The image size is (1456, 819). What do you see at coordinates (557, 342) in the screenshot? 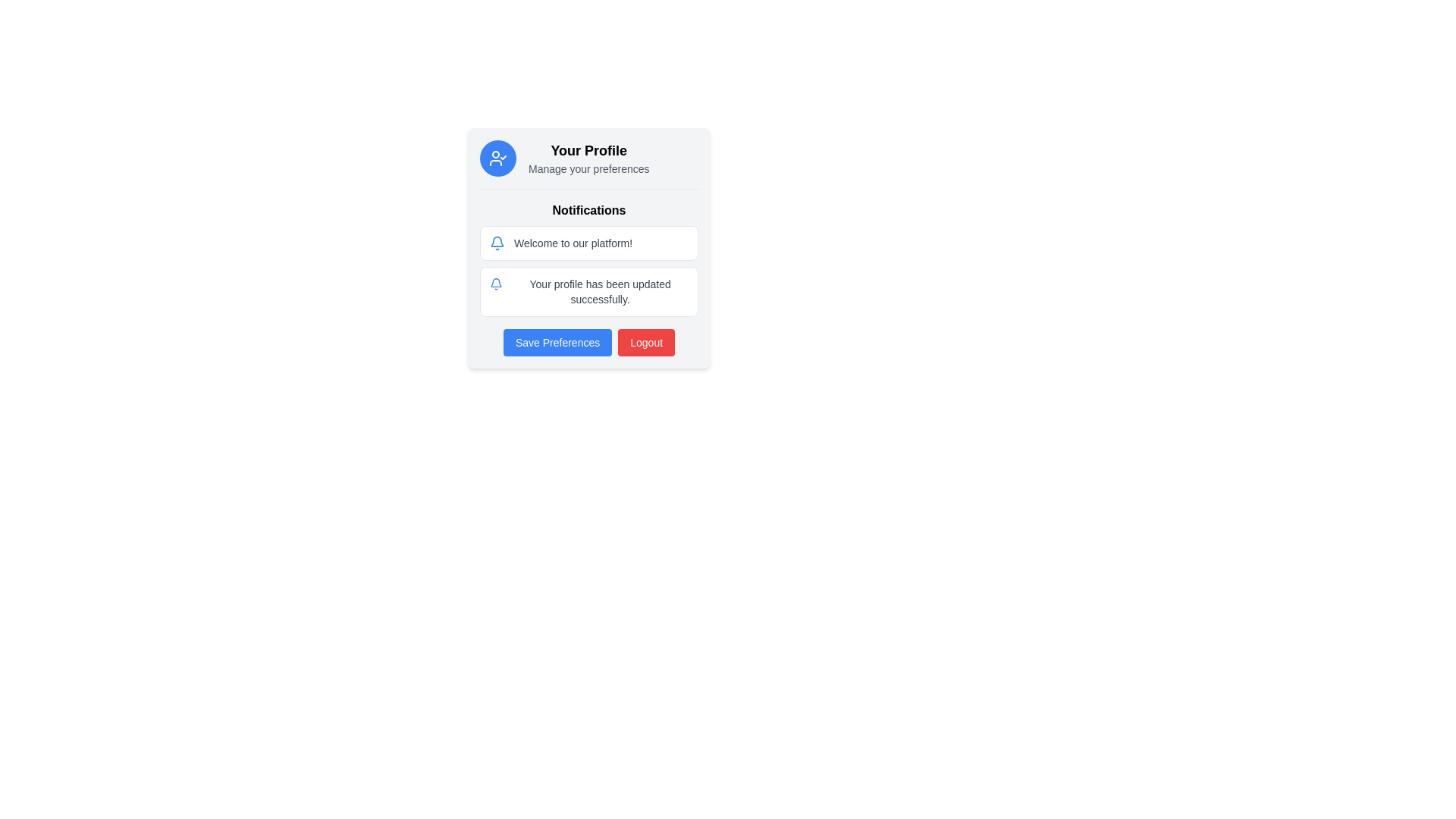
I see `the 'Save Preferences' button located at the bottom center of the interface within the 'Your Profile' card, which is the leftmost button next to the 'Logout' button` at bounding box center [557, 342].